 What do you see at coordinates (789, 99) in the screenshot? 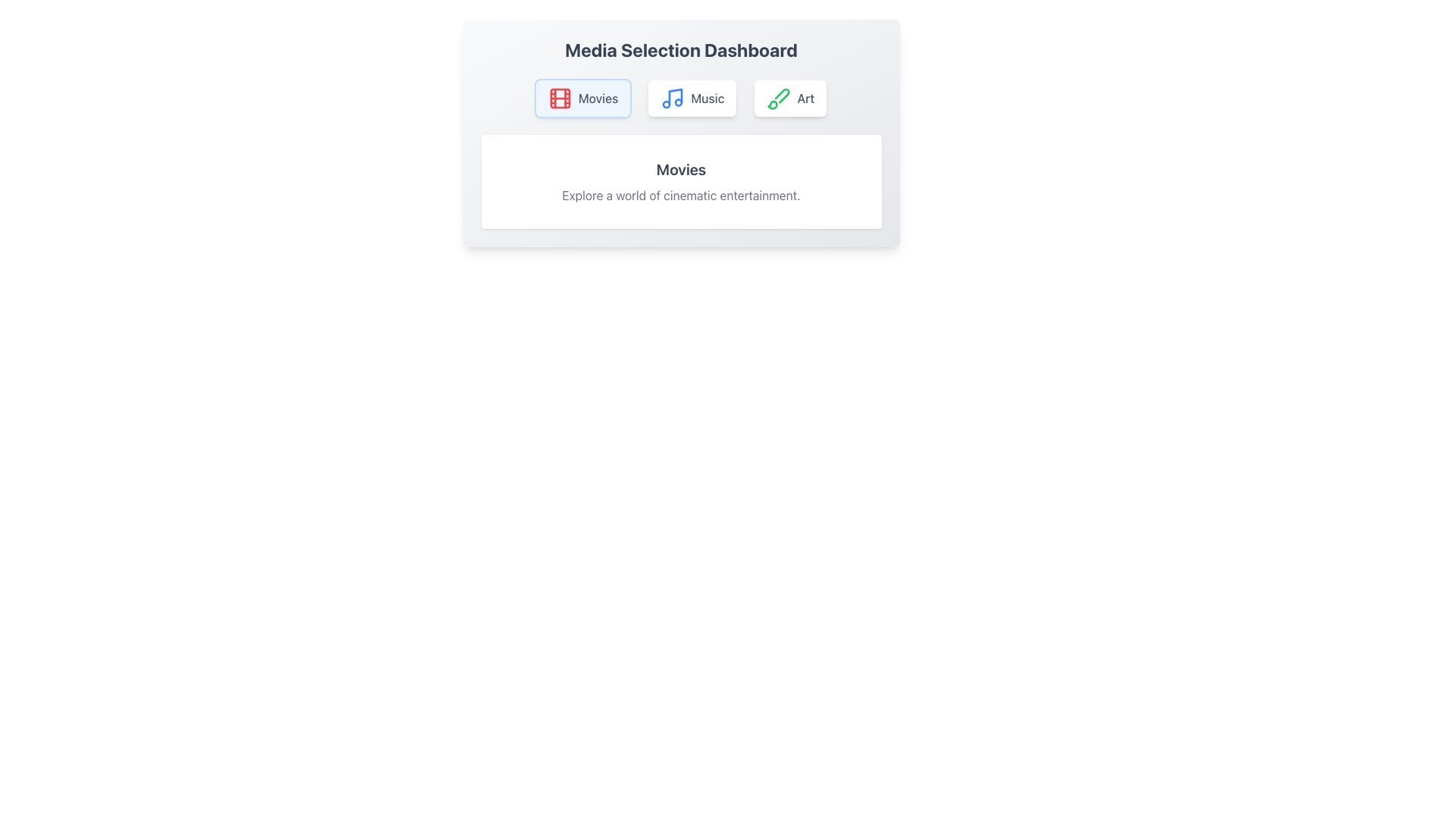
I see `the white rectangular button with rounded corners featuring a green brush icon and the text 'Art'` at bounding box center [789, 99].